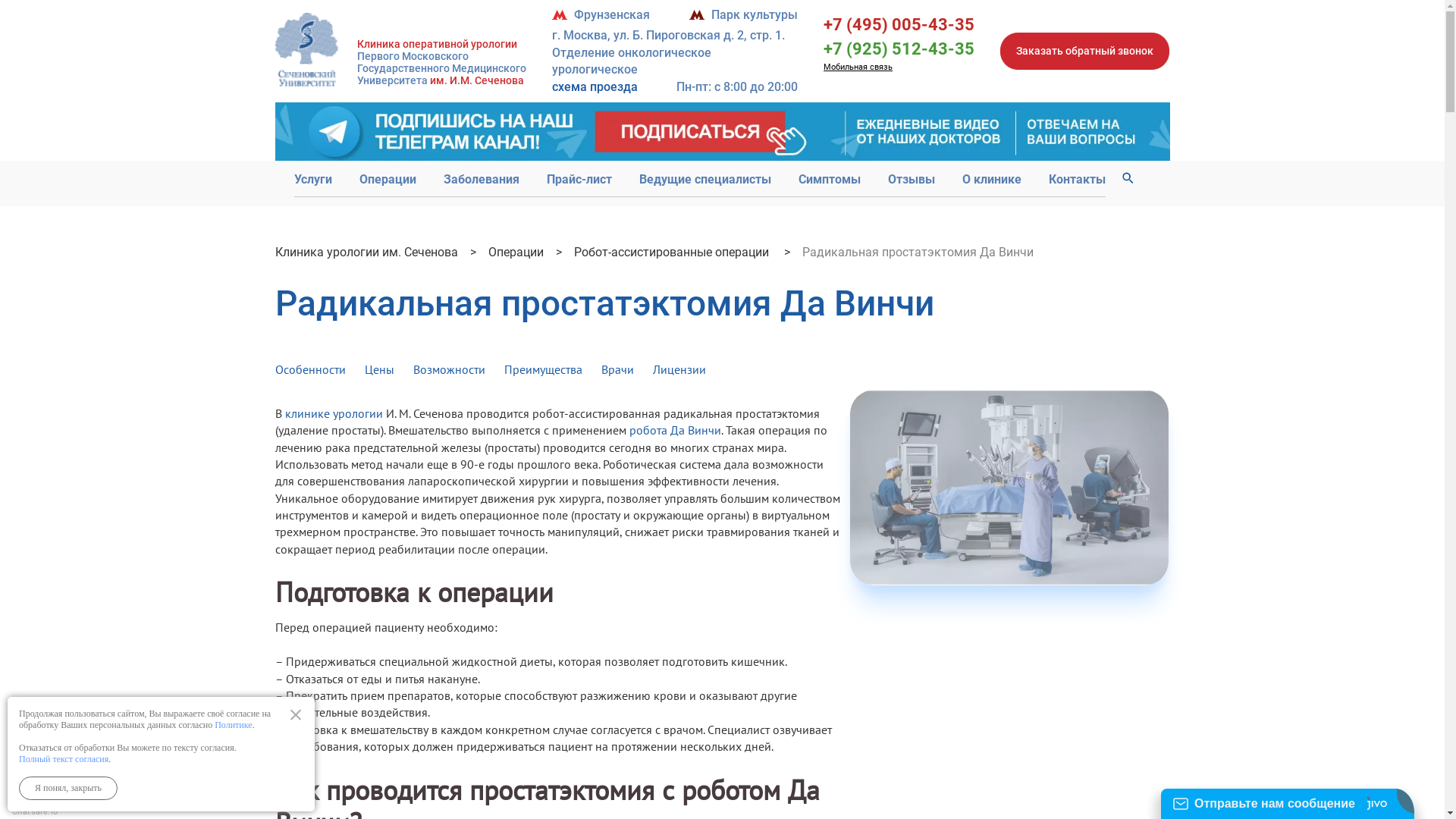 The height and width of the screenshot is (819, 1456). What do you see at coordinates (899, 24) in the screenshot?
I see `'+7 (495) 005-43-35'` at bounding box center [899, 24].